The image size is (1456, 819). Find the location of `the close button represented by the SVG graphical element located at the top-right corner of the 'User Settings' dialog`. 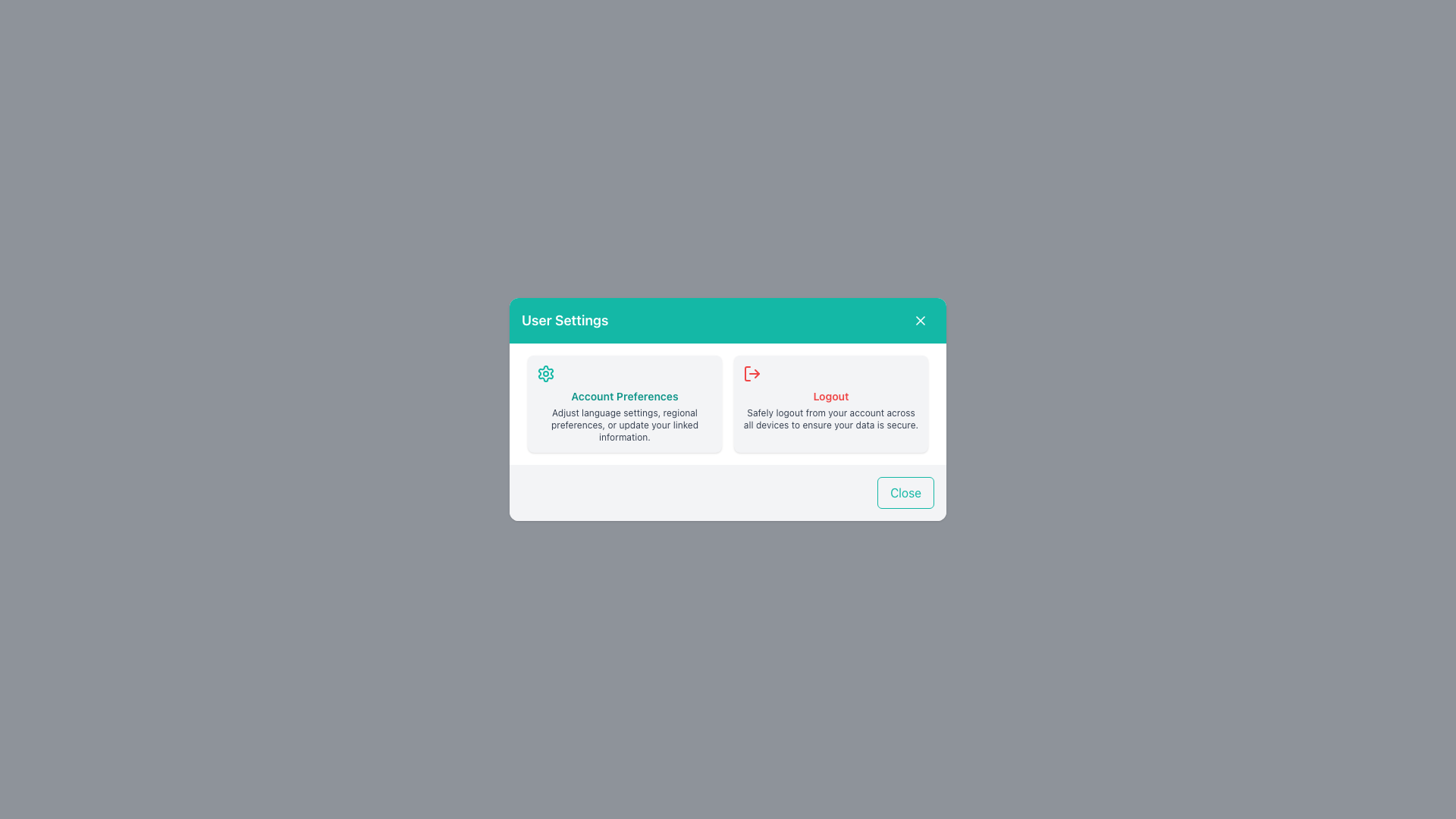

the close button represented by the SVG graphical element located at the top-right corner of the 'User Settings' dialog is located at coordinates (920, 320).